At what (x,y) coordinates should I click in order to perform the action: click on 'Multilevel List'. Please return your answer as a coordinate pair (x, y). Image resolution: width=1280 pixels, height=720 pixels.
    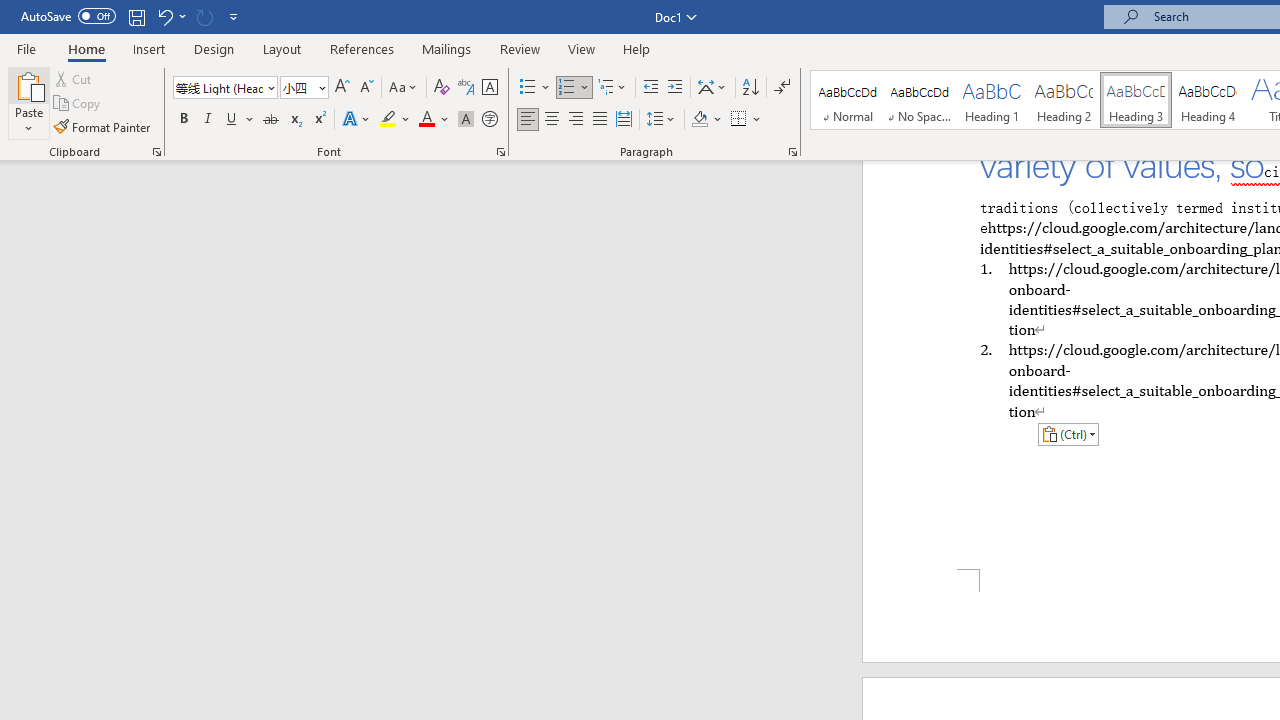
    Looking at the image, I should click on (612, 86).